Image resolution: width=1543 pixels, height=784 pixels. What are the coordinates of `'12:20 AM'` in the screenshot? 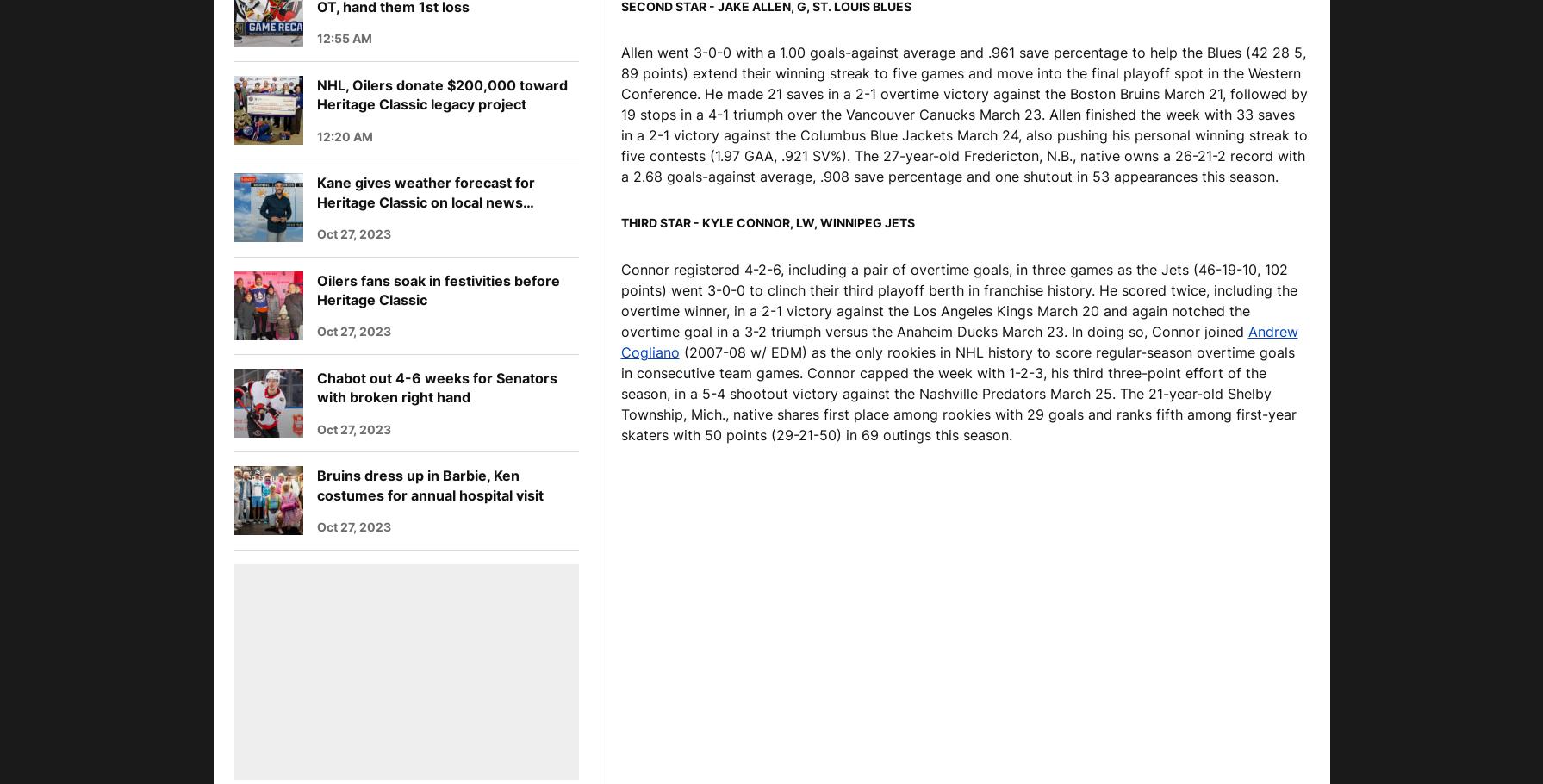 It's located at (344, 134).